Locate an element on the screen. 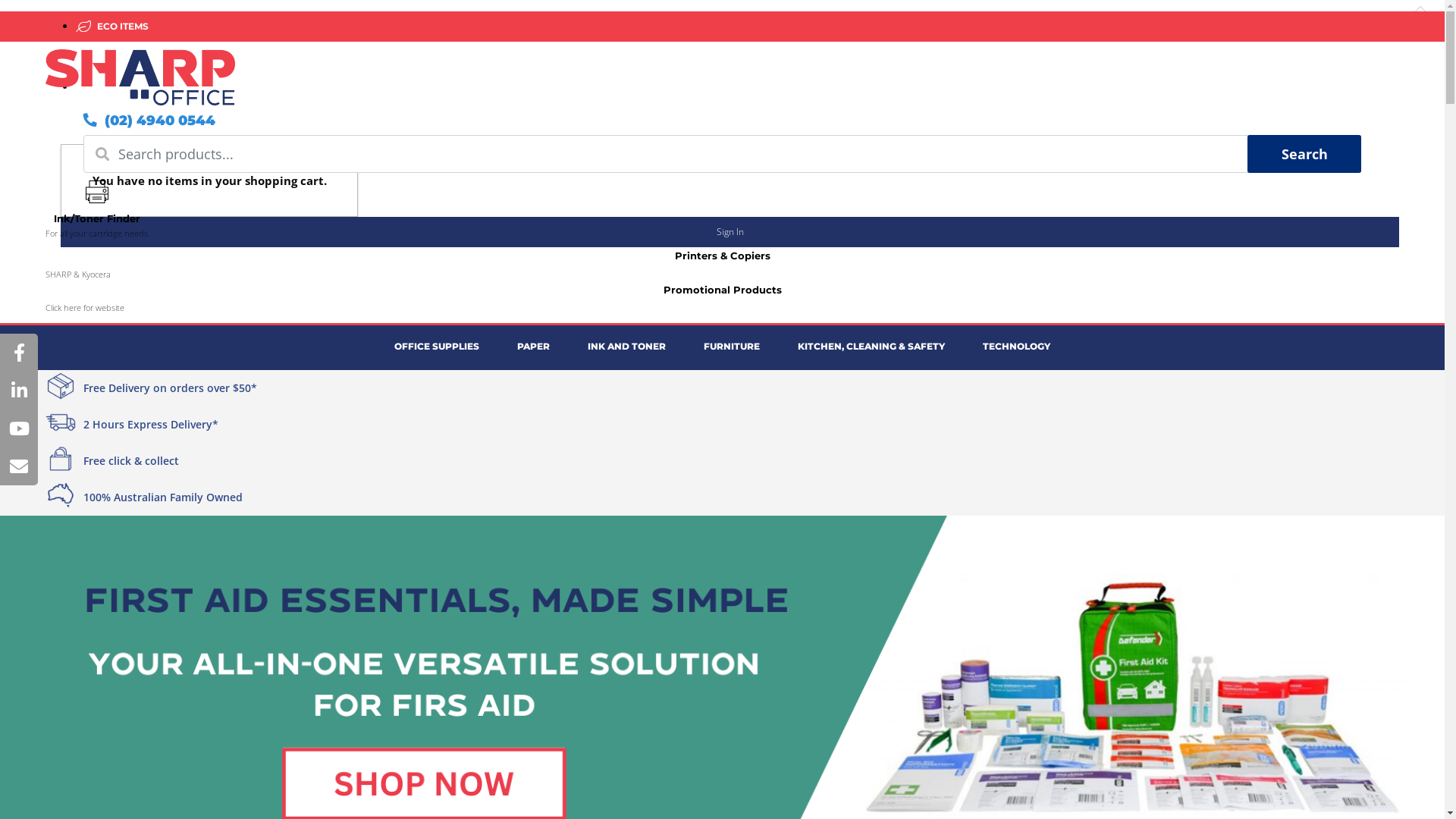  'Sign In' is located at coordinates (730, 231).